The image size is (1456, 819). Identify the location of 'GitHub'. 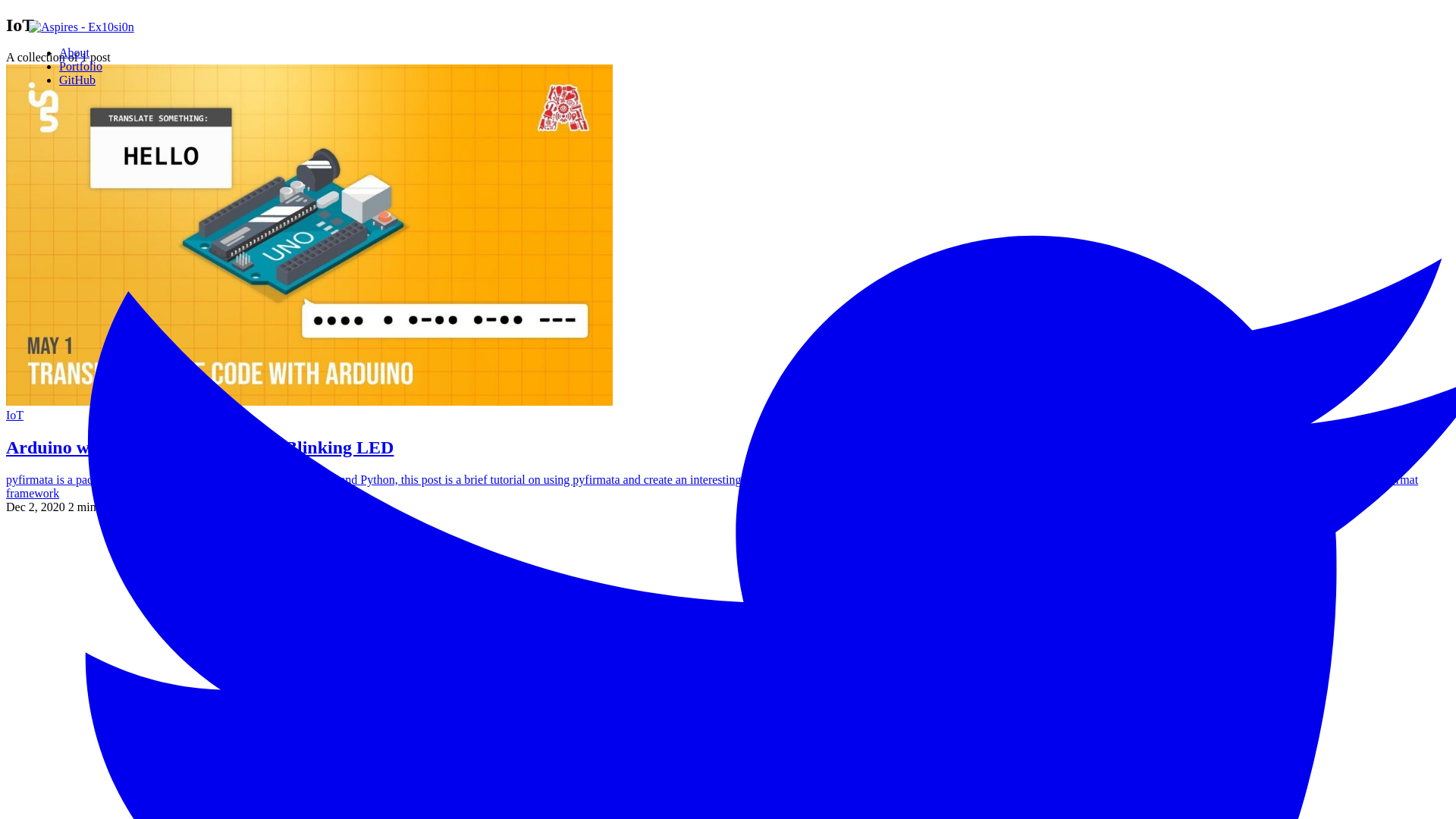
(58, 80).